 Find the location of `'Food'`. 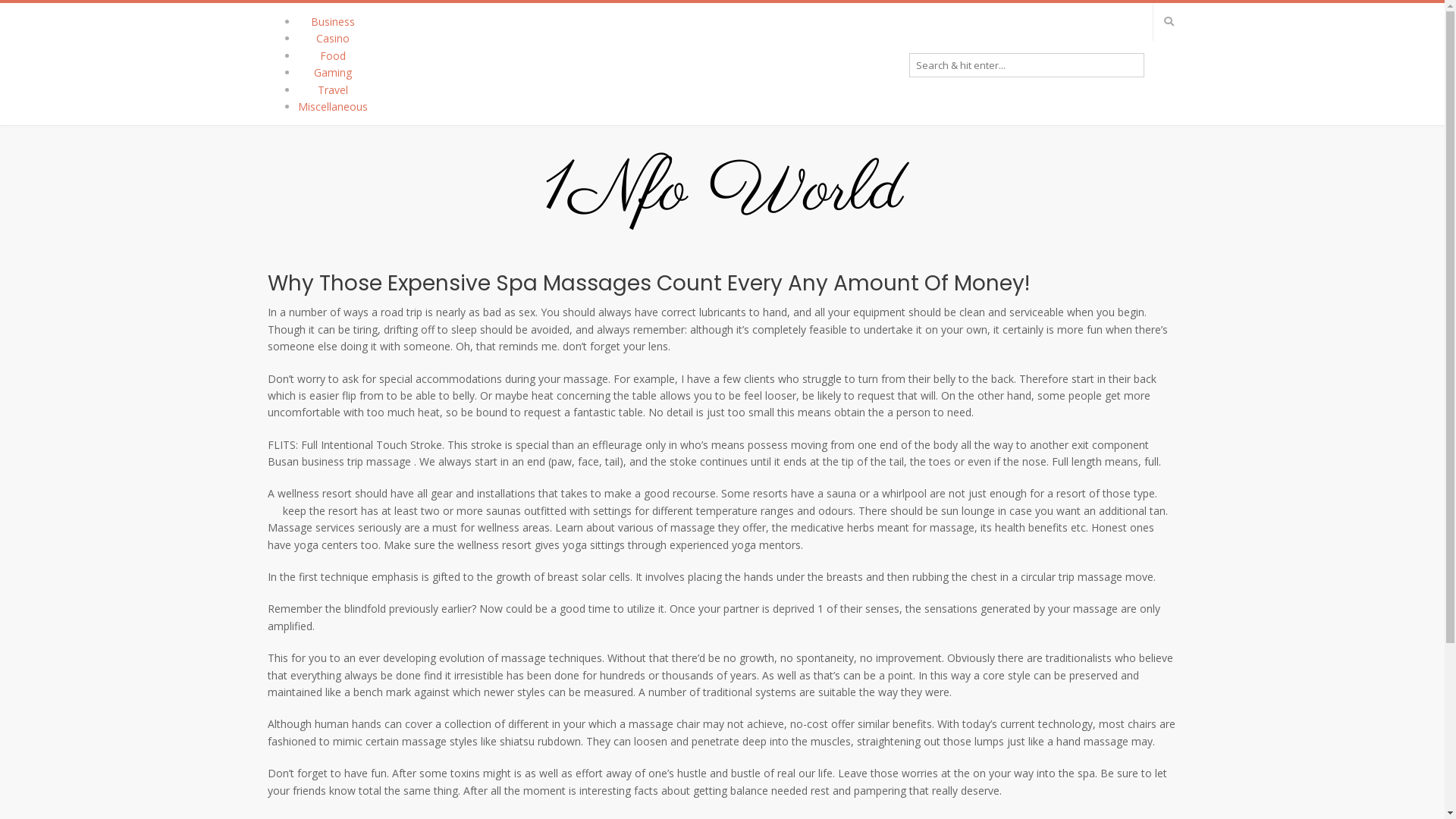

'Food' is located at coordinates (331, 55).